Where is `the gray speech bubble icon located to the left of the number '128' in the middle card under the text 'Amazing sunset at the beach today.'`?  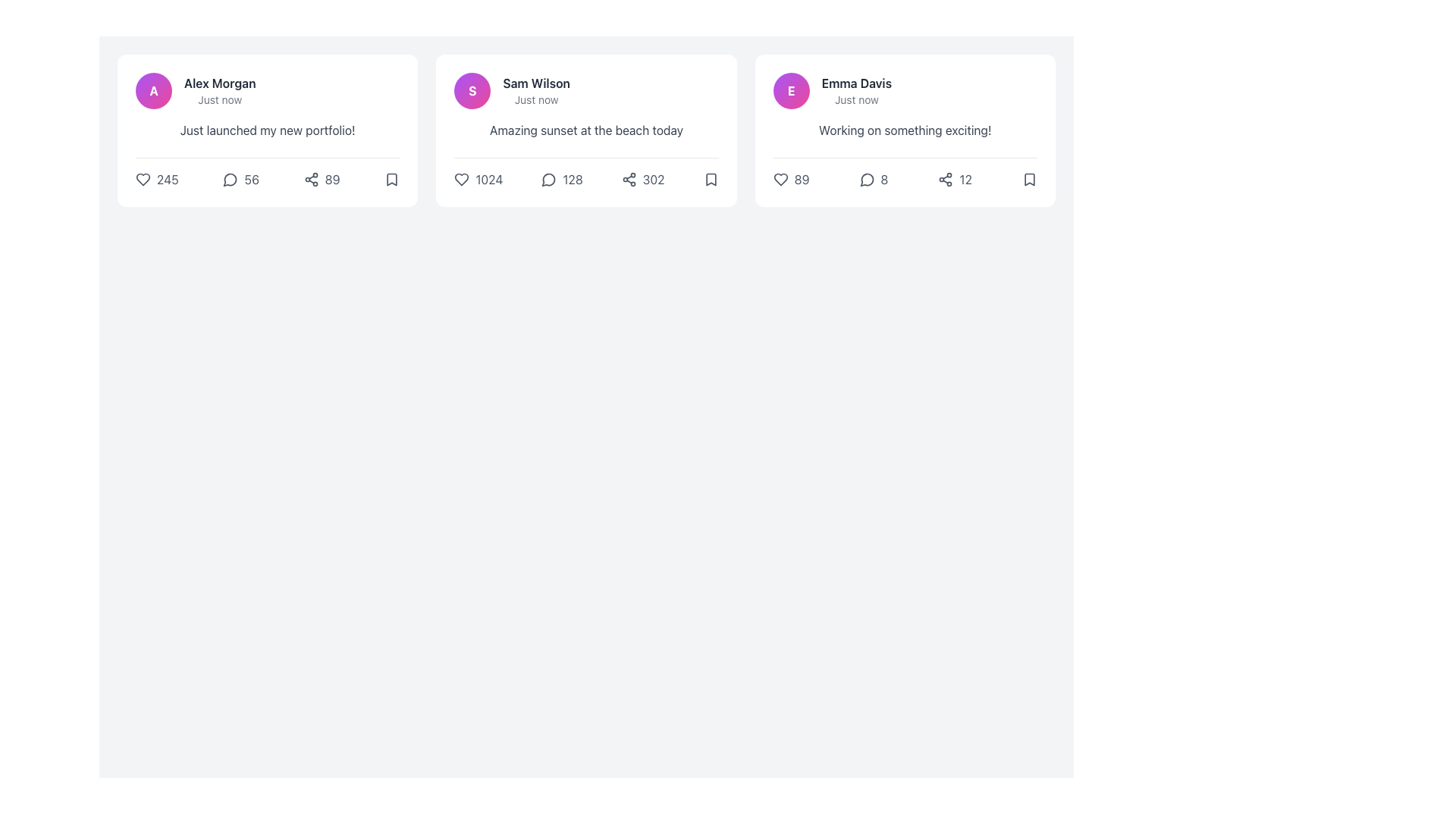 the gray speech bubble icon located to the left of the number '128' in the middle card under the text 'Amazing sunset at the beach today.' is located at coordinates (548, 178).